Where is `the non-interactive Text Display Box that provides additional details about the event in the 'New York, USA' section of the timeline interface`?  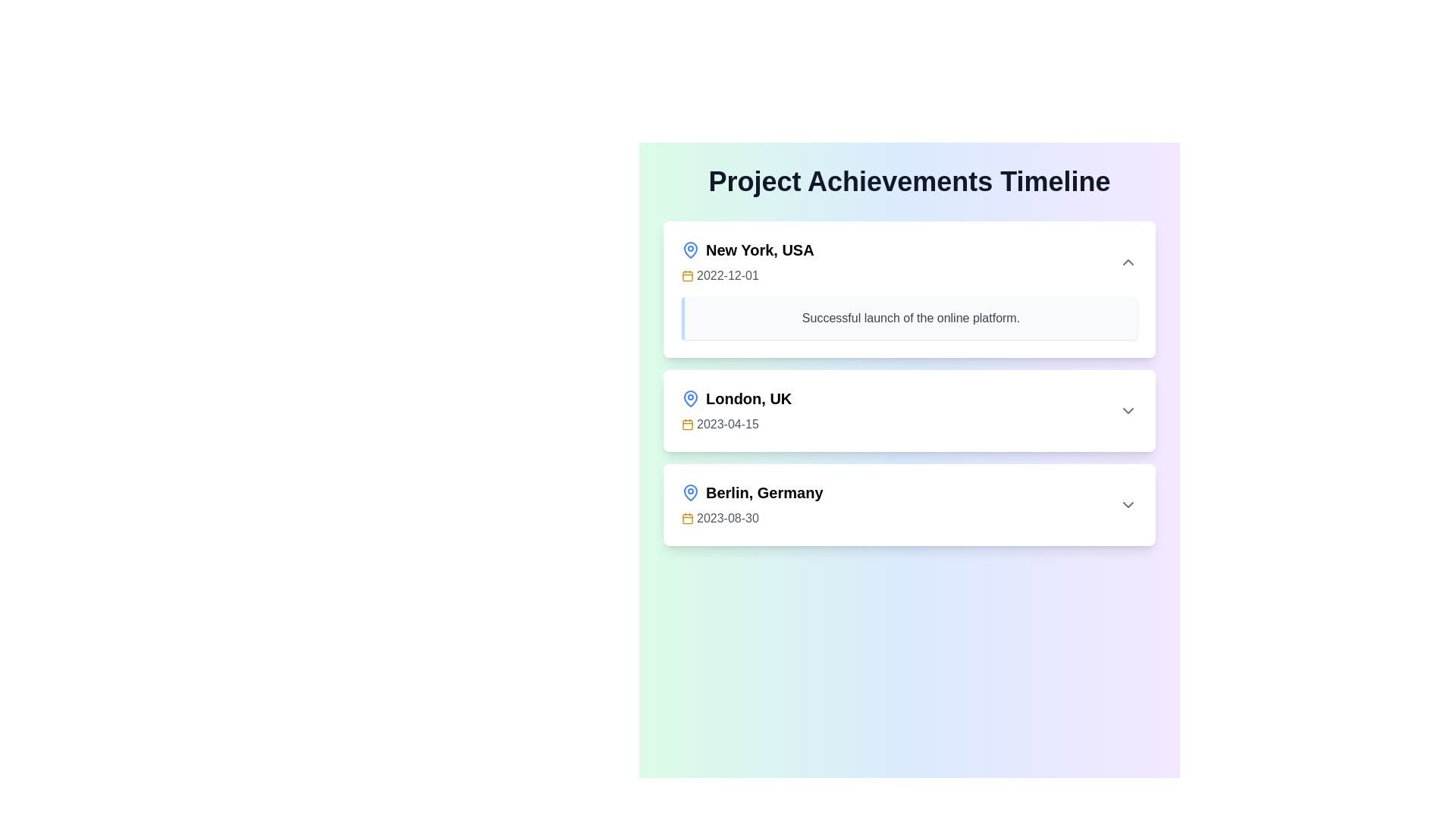
the non-interactive Text Display Box that provides additional details about the event in the 'New York, USA' section of the timeline interface is located at coordinates (909, 318).